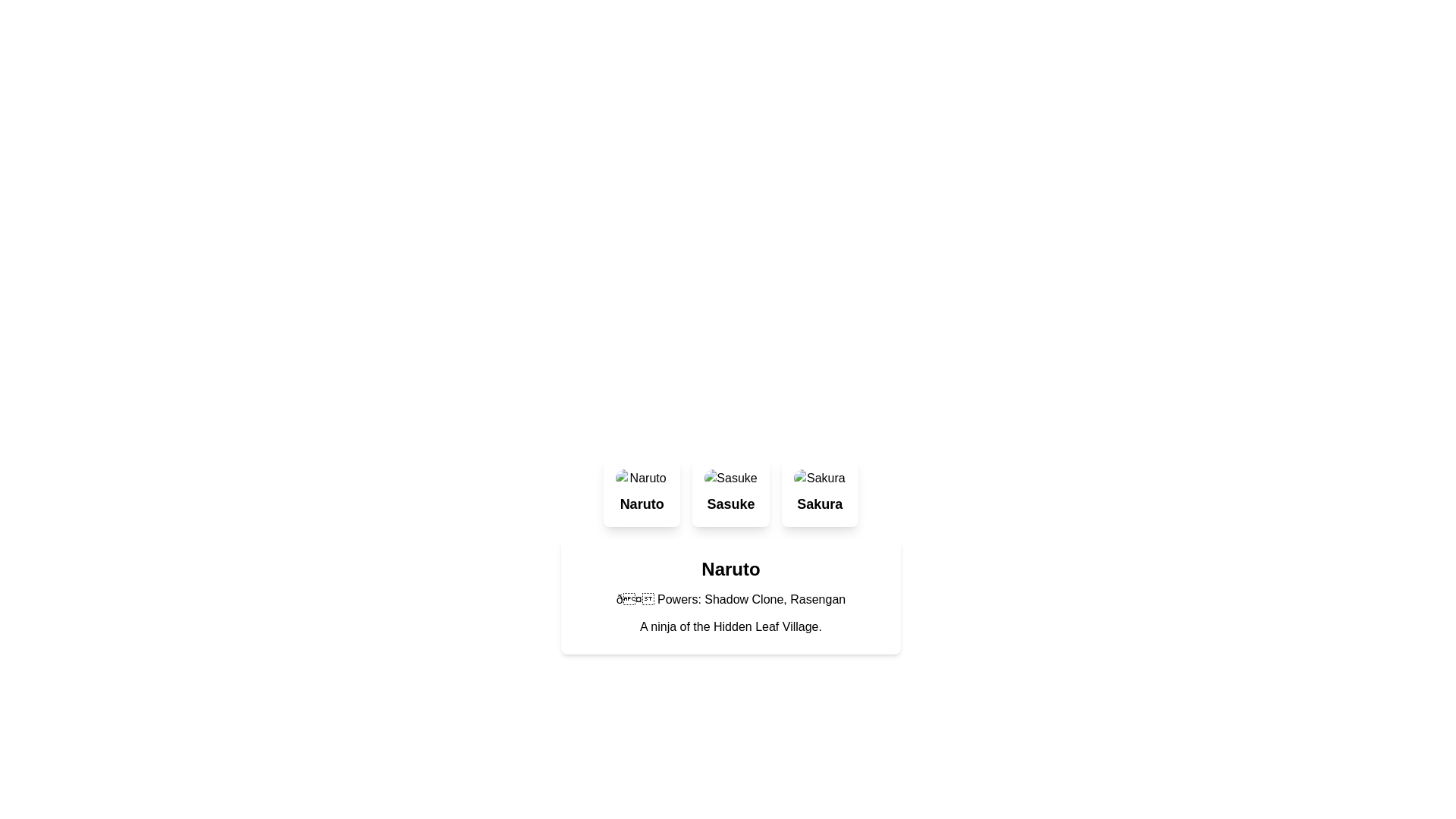 This screenshot has width=1456, height=819. Describe the element at coordinates (731, 491) in the screenshot. I see `the card representing 'Sasuke'` at that location.